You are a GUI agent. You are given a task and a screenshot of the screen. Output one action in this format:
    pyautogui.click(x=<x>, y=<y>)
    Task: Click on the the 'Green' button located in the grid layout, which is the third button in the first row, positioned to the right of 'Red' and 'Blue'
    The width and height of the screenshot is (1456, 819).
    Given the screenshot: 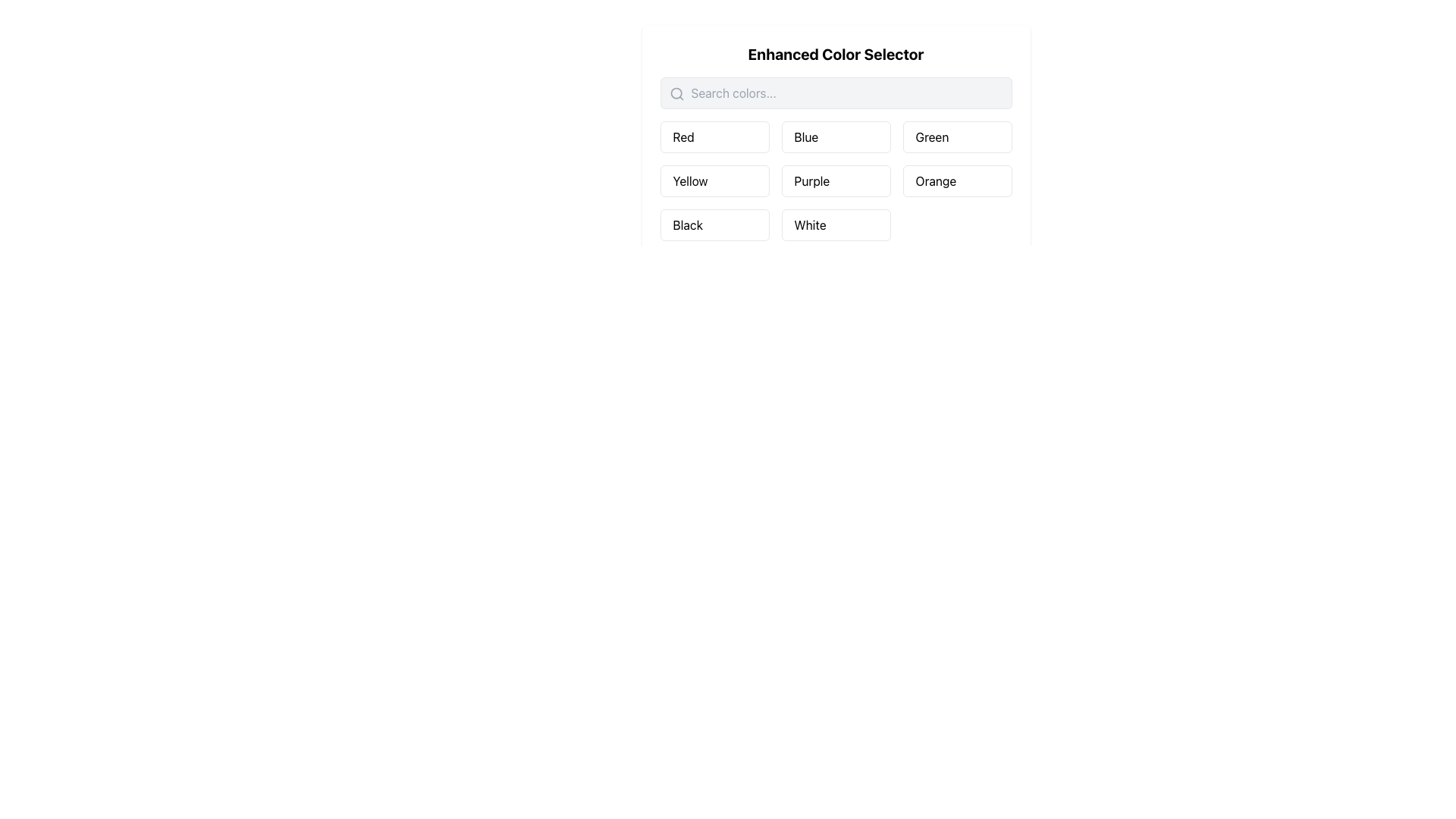 What is the action you would take?
    pyautogui.click(x=956, y=137)
    